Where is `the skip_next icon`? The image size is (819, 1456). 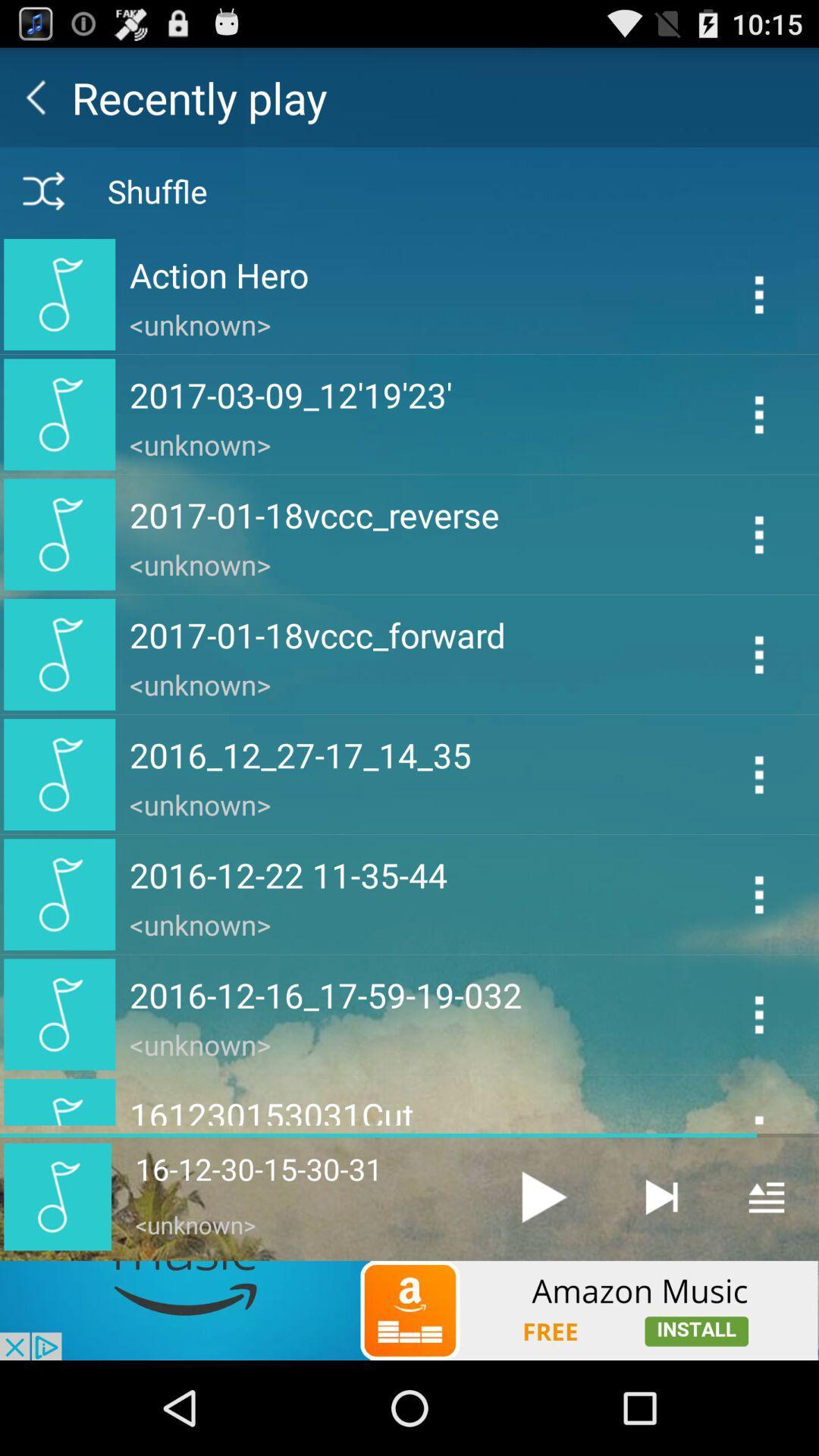
the skip_next icon is located at coordinates (660, 1280).